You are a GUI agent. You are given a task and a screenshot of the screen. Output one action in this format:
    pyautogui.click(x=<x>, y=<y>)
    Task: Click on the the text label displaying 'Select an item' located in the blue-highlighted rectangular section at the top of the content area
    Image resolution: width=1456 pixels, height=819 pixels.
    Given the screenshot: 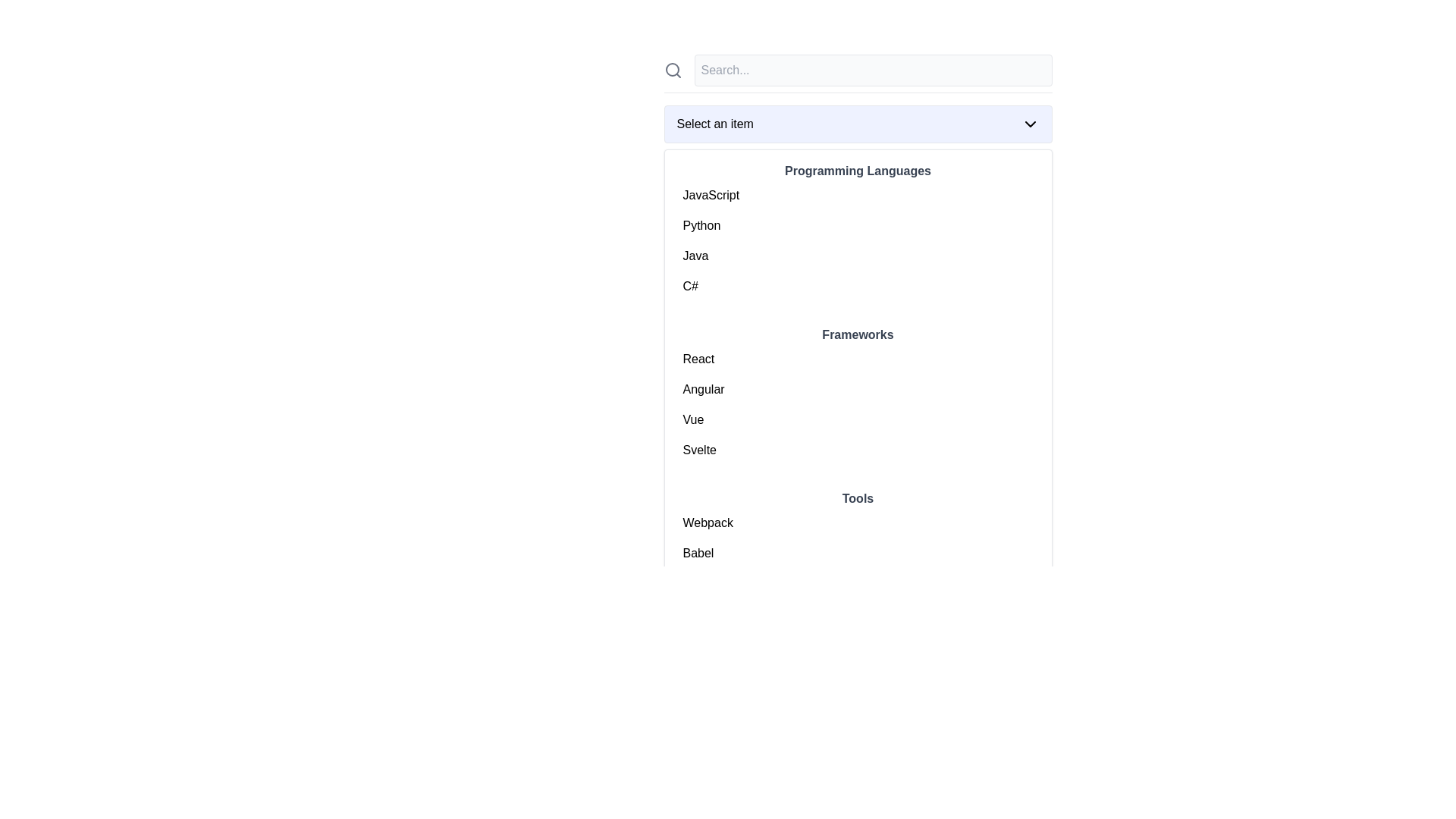 What is the action you would take?
    pyautogui.click(x=714, y=124)
    